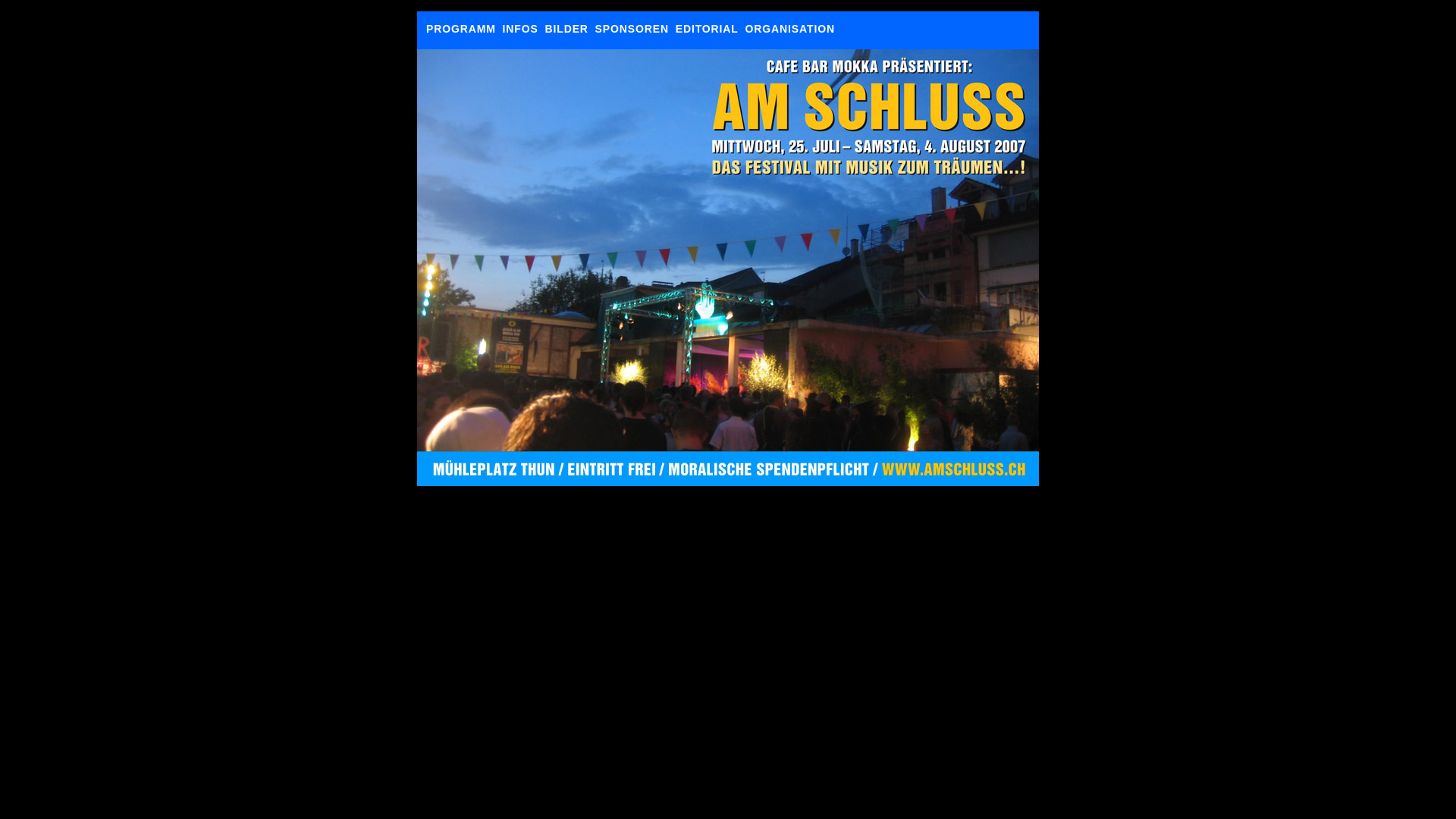 The image size is (1456, 819). What do you see at coordinates (706, 29) in the screenshot?
I see `'EDITORIAL'` at bounding box center [706, 29].